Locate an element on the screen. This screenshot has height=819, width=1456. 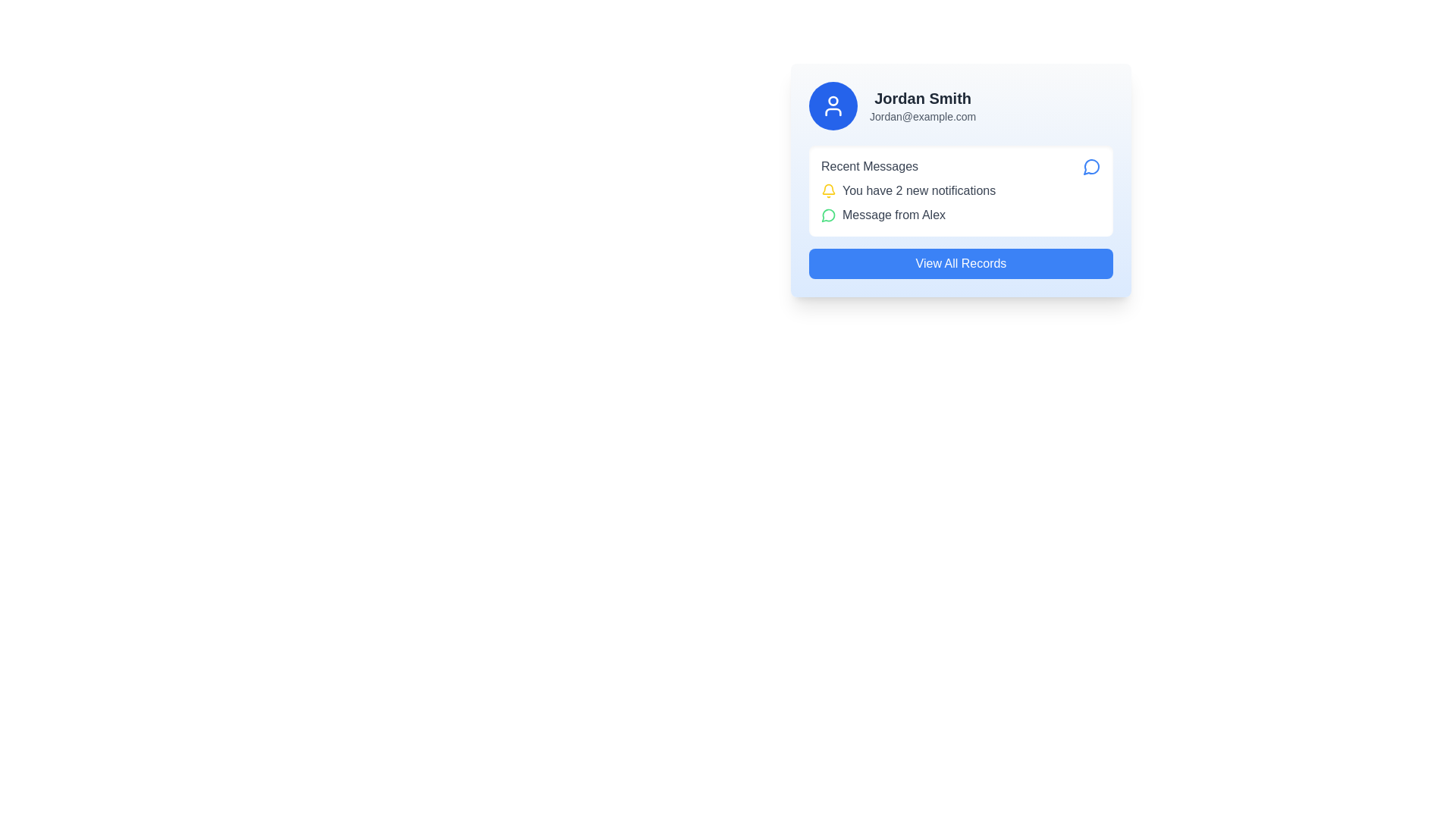
the SVG element representing part of the bell icon located at the top-right of the user information card layout is located at coordinates (828, 188).